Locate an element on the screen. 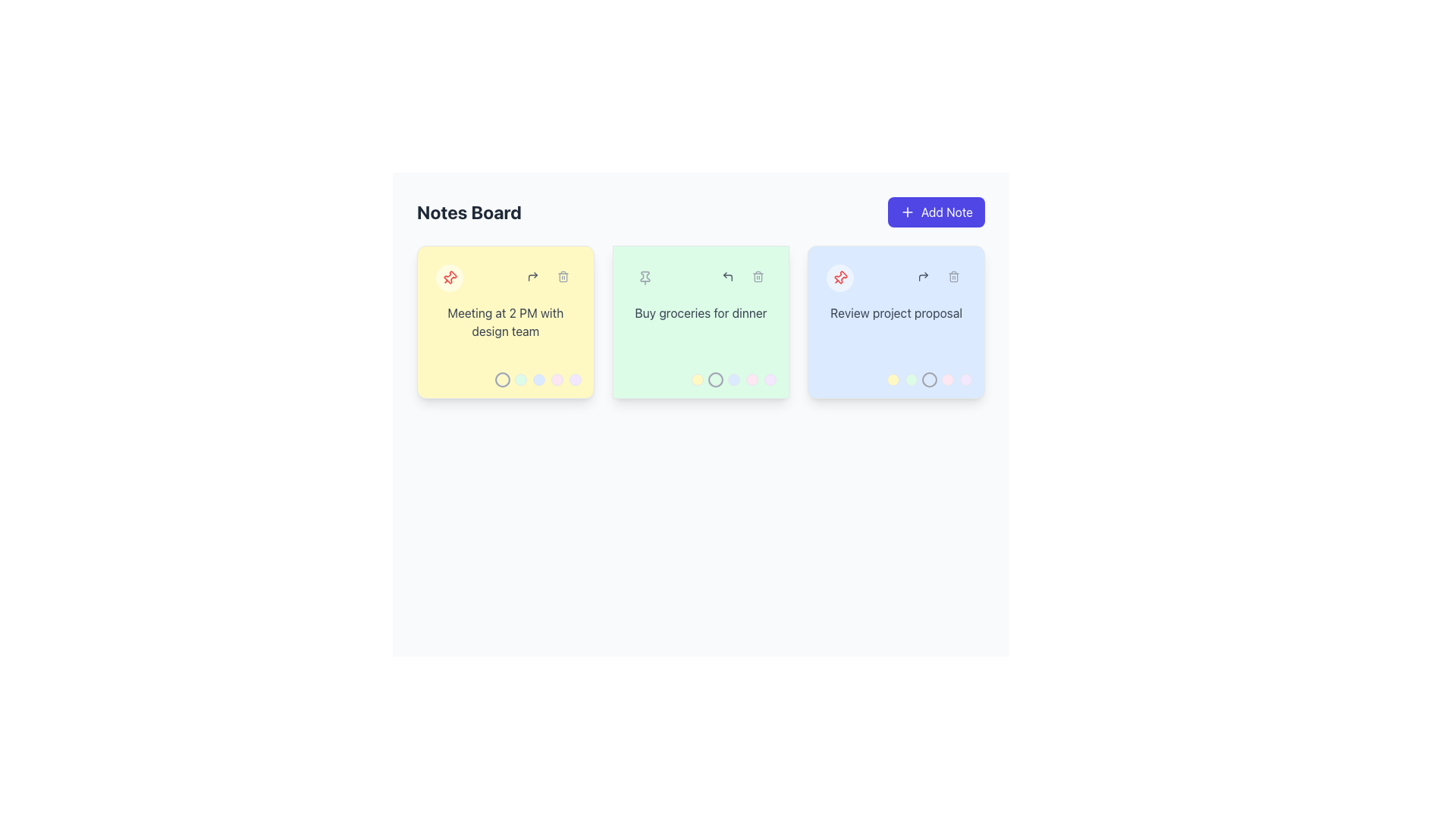 The image size is (1456, 819). the third circular marker element is located at coordinates (538, 379).